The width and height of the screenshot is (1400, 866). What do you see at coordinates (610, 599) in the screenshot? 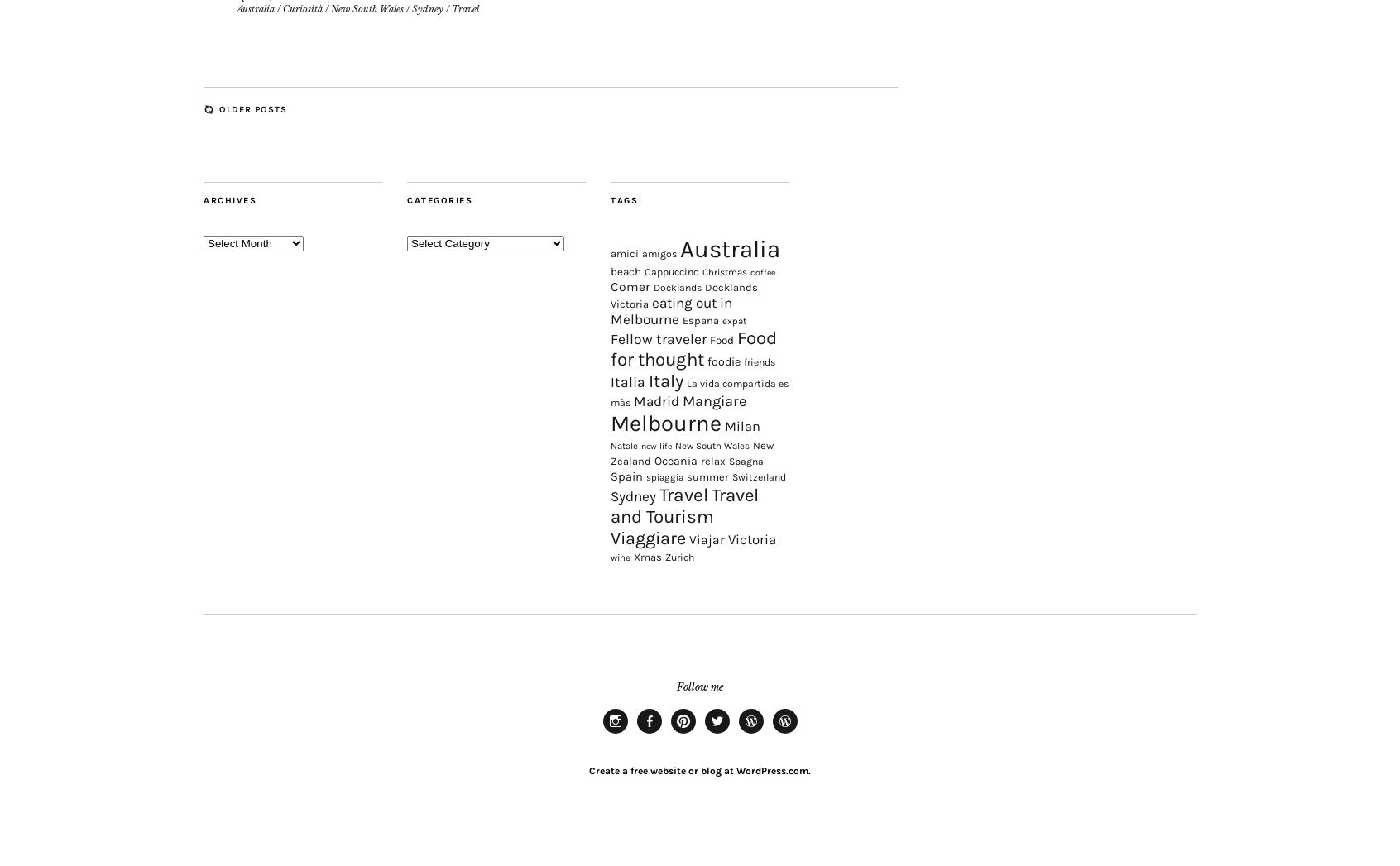
I see `'wine'` at bounding box center [610, 599].